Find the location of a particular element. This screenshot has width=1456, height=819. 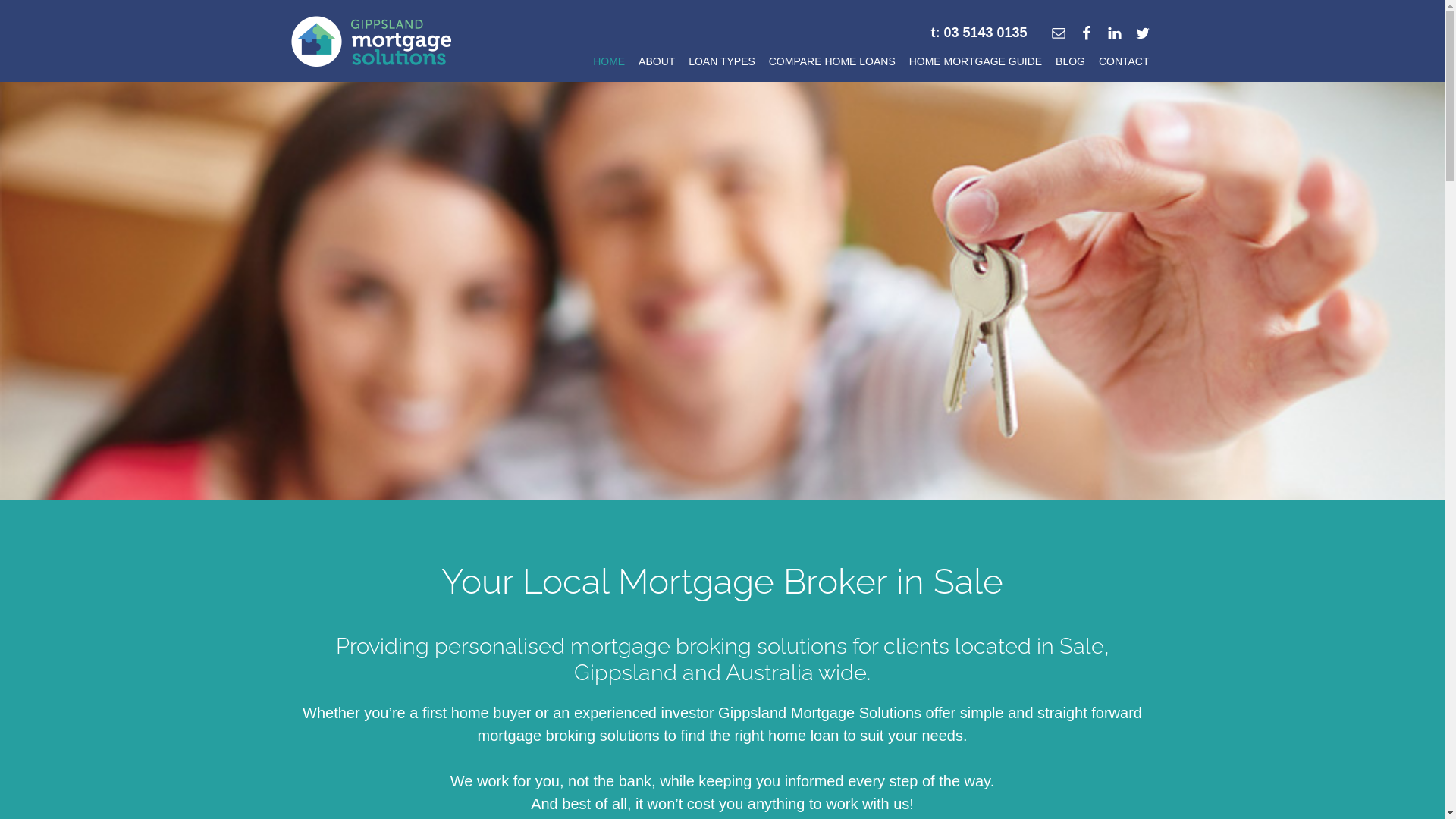

'03 5143 0135' is located at coordinates (985, 32).